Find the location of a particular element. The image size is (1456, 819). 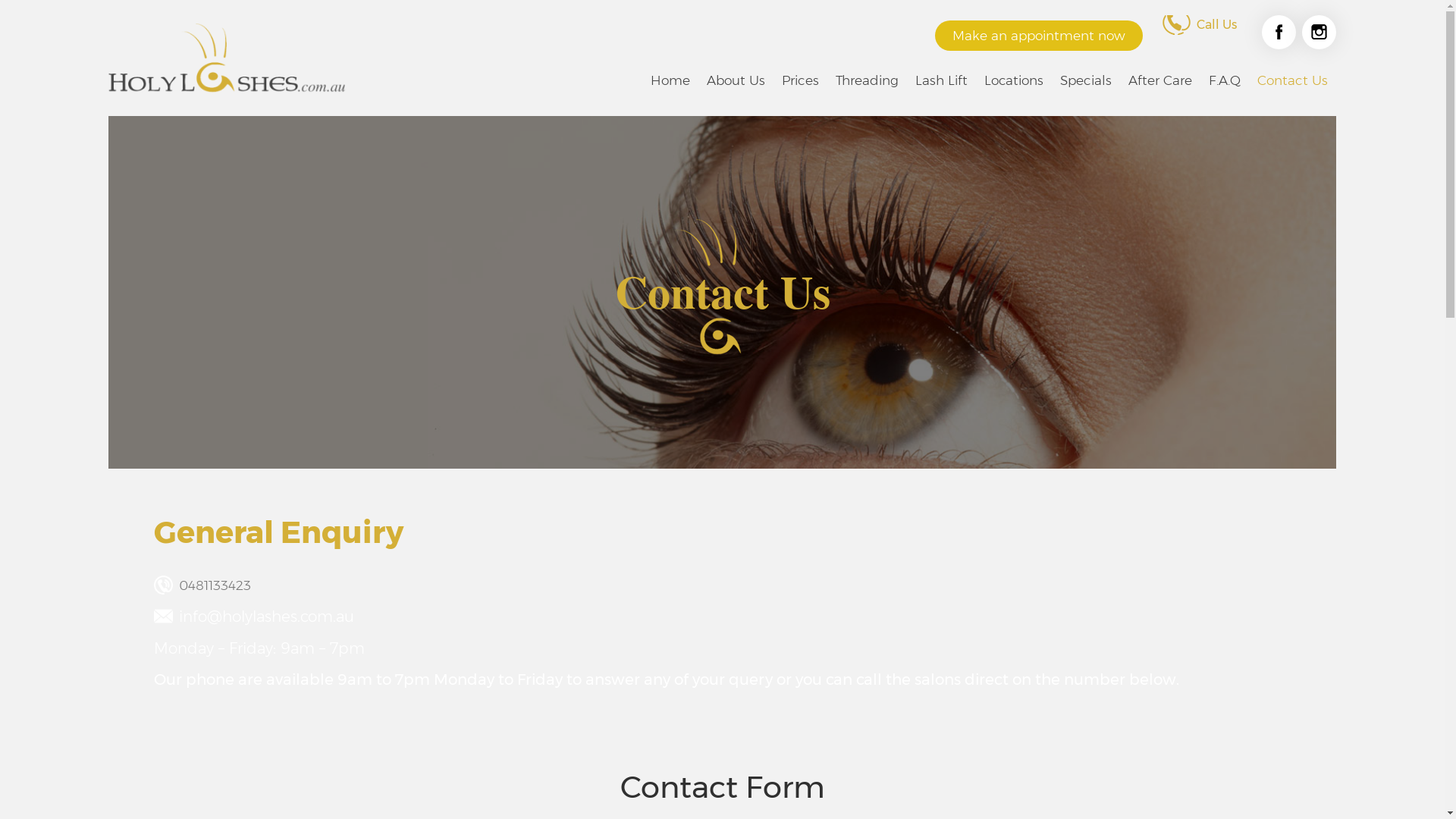

'Instagram' is located at coordinates (1301, 32).